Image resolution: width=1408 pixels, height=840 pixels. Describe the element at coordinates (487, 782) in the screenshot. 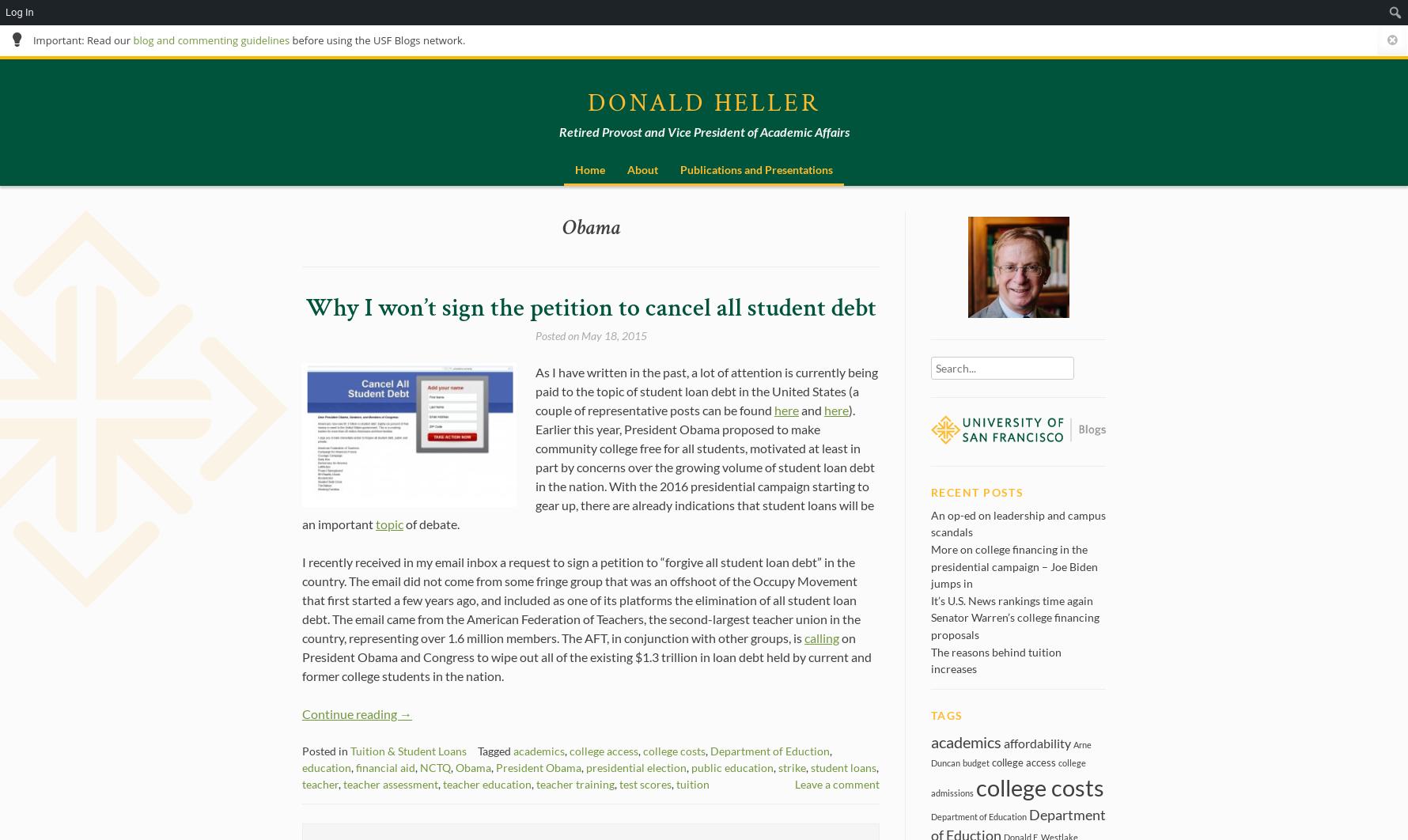

I see `'teacher education'` at that location.